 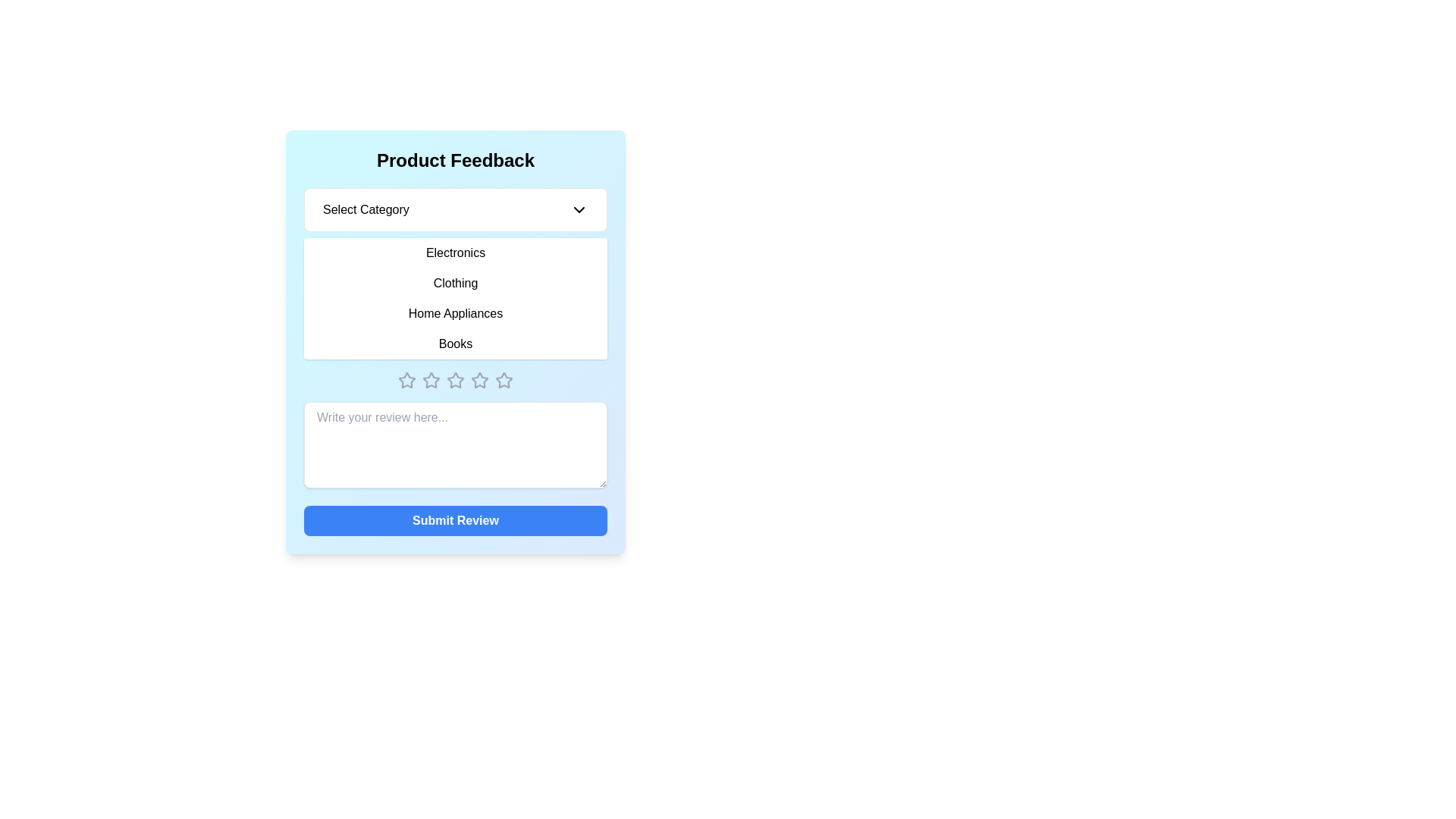 What do you see at coordinates (454, 253) in the screenshot?
I see `the text label displaying 'Electronics' which is the first item in the dropdown menu group below 'Select Category'` at bounding box center [454, 253].